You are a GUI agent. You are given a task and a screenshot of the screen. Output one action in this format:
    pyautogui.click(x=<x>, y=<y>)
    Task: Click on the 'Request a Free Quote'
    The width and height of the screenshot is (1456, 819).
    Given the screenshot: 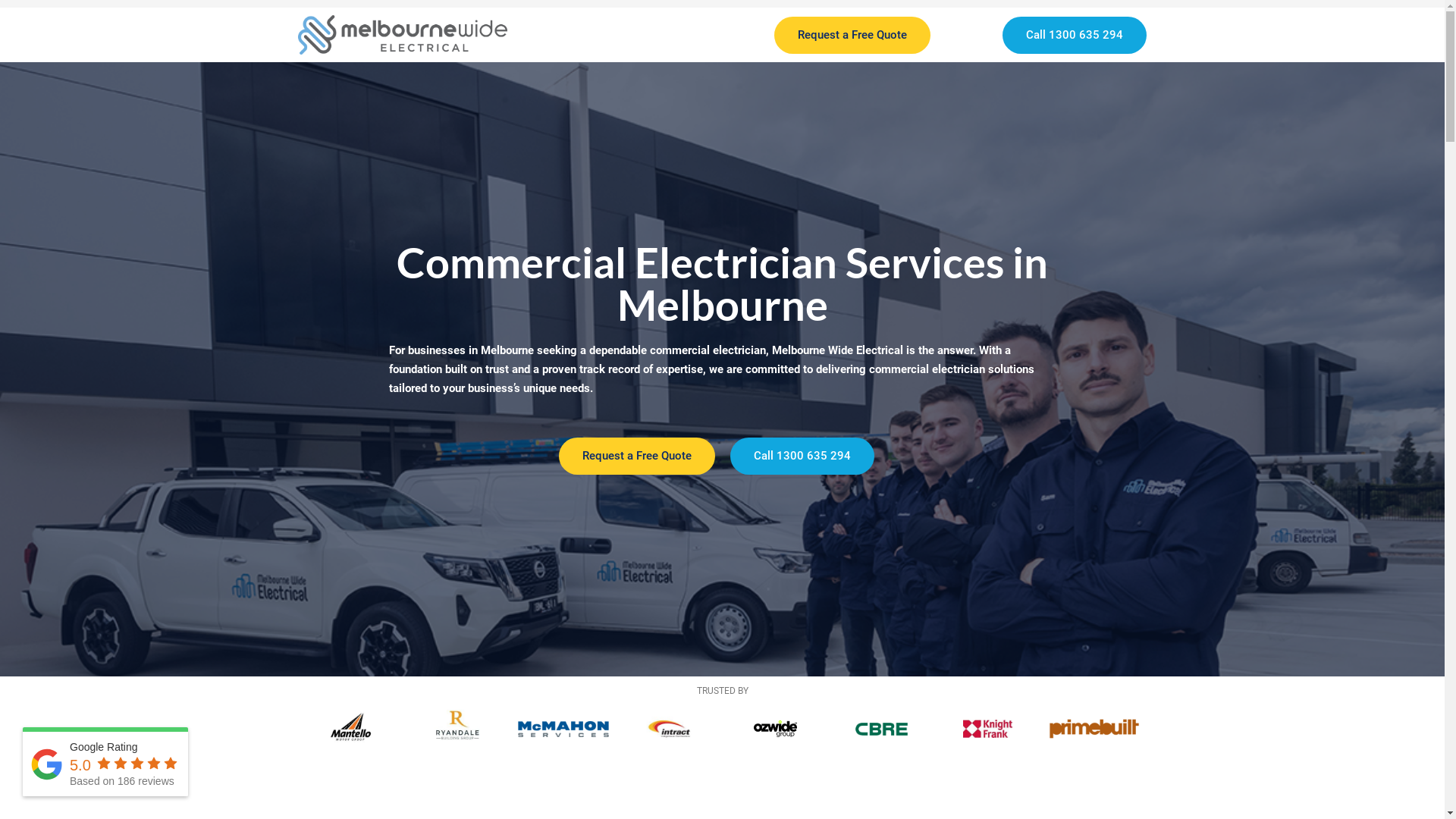 What is the action you would take?
    pyautogui.click(x=636, y=455)
    